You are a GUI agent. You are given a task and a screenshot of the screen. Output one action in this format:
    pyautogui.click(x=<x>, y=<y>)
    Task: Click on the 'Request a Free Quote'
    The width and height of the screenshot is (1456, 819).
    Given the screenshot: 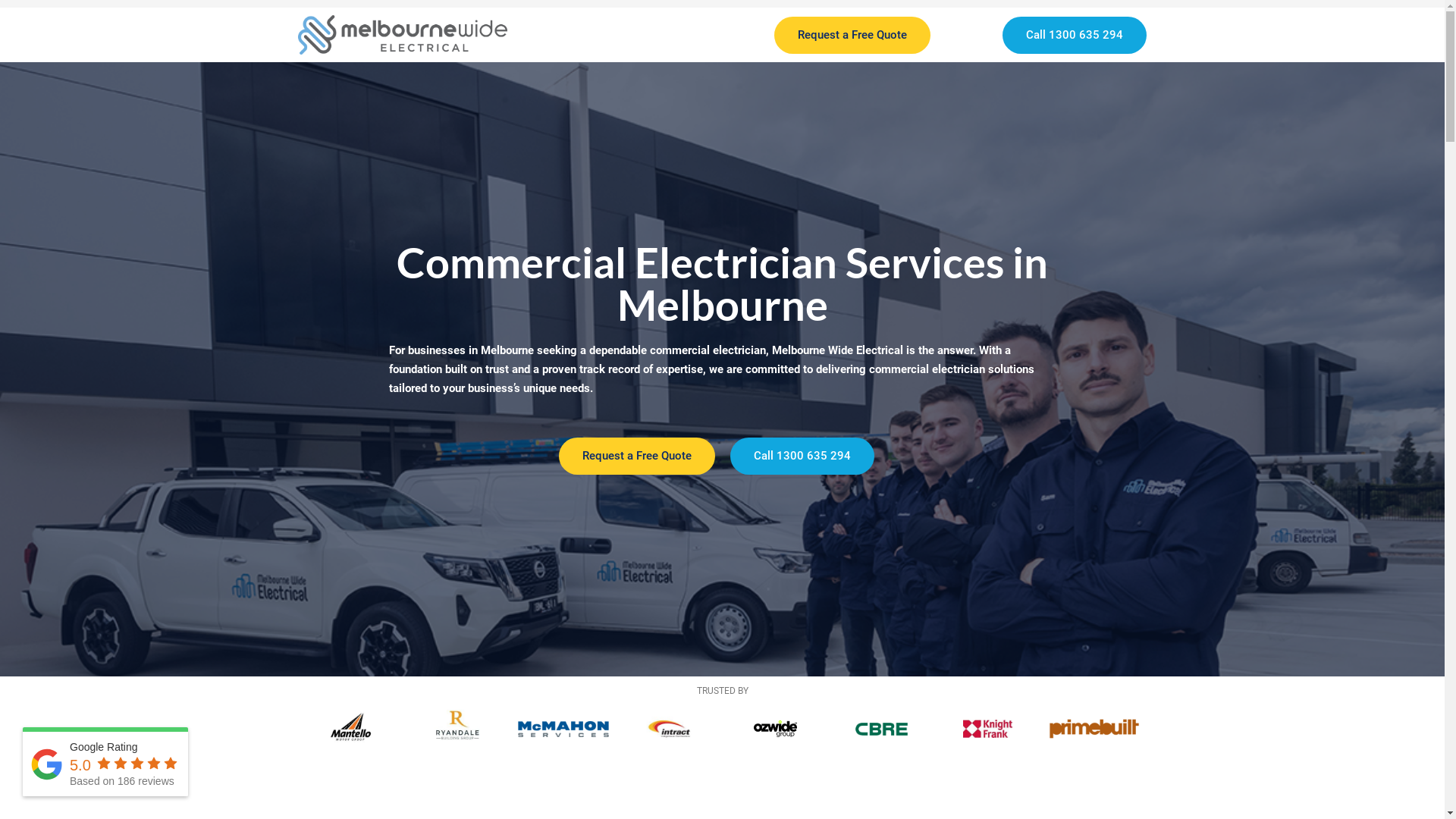 What is the action you would take?
    pyautogui.click(x=636, y=455)
    